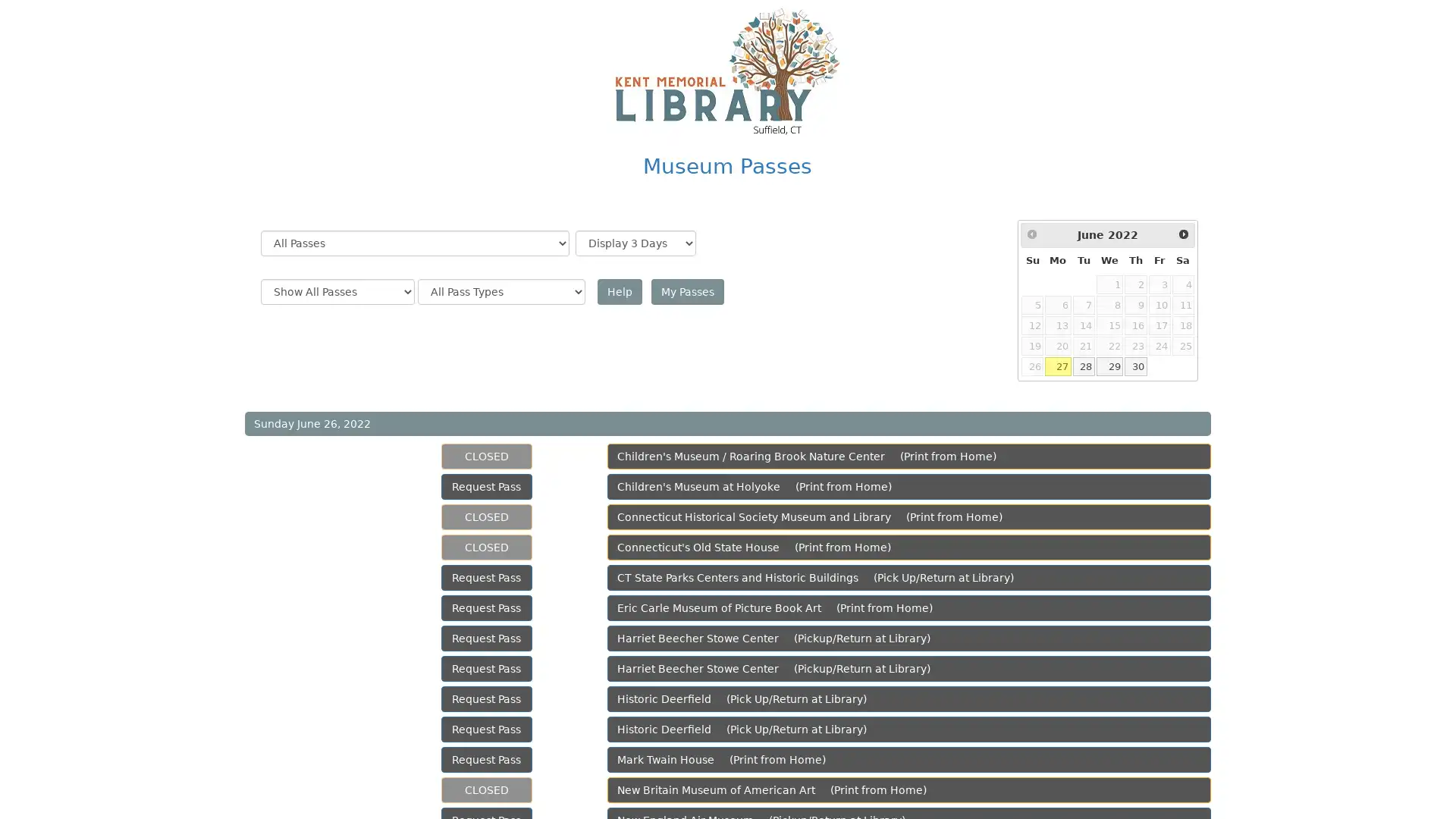 This screenshot has height=819, width=1456. Describe the element at coordinates (486, 668) in the screenshot. I see `Request Pass` at that location.